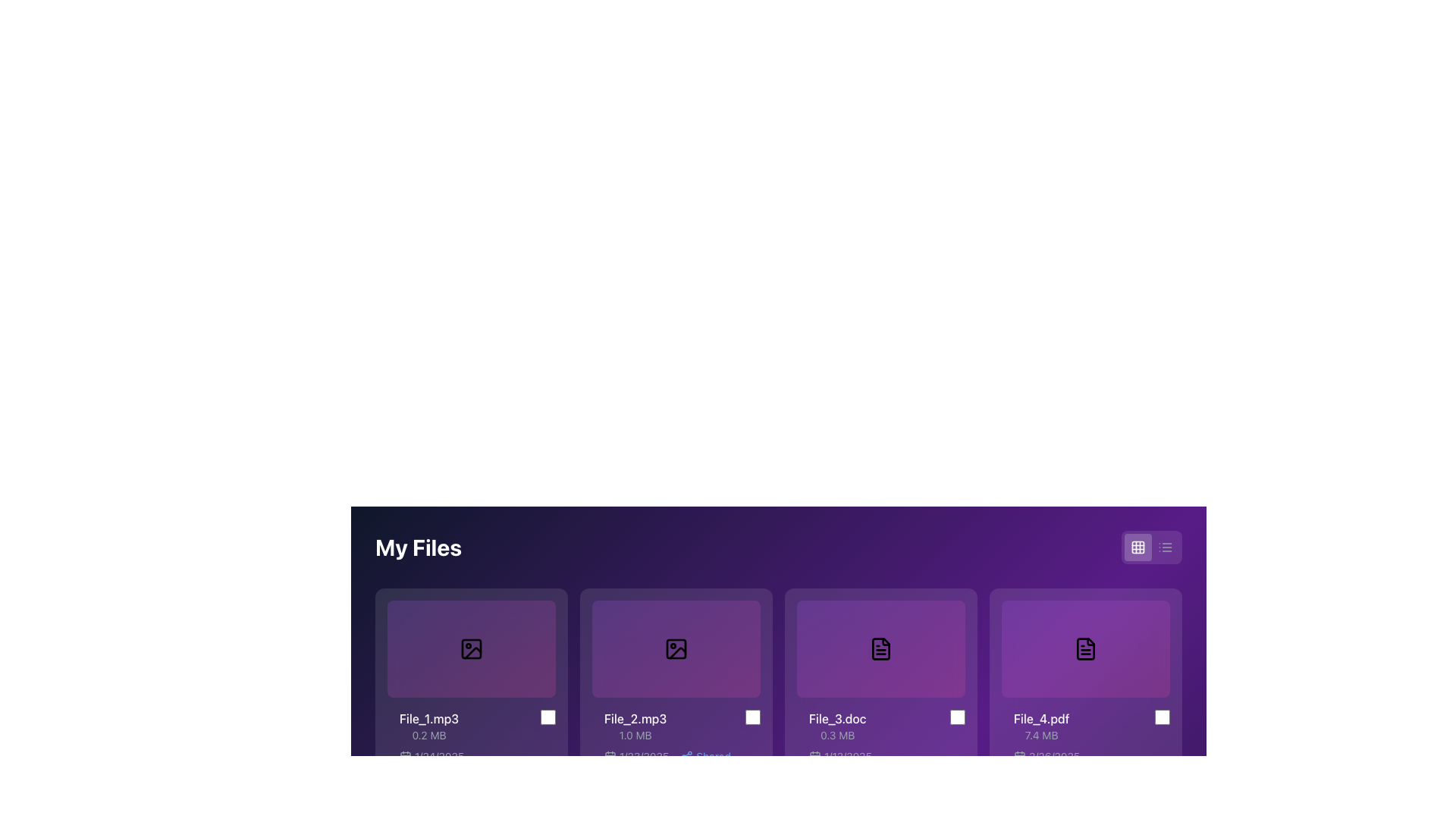 Image resolution: width=1456 pixels, height=819 pixels. I want to click on the top-left square of the grid icon, which is part of a grid visualization, located in the top-right region of the UI adjacent to a list view toggle button, so click(1138, 547).